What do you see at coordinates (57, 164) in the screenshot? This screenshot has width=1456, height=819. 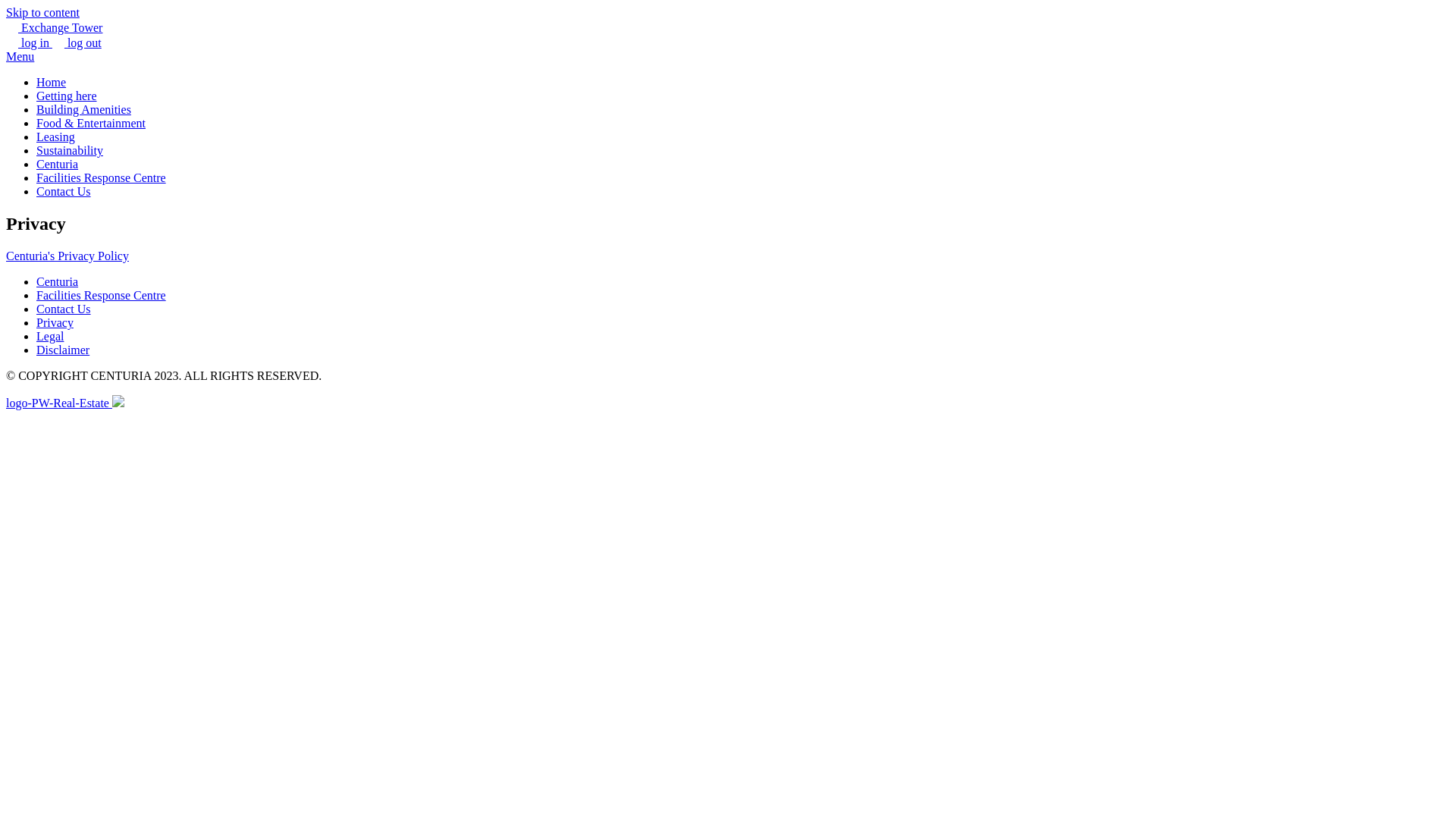 I see `'Centuria'` at bounding box center [57, 164].